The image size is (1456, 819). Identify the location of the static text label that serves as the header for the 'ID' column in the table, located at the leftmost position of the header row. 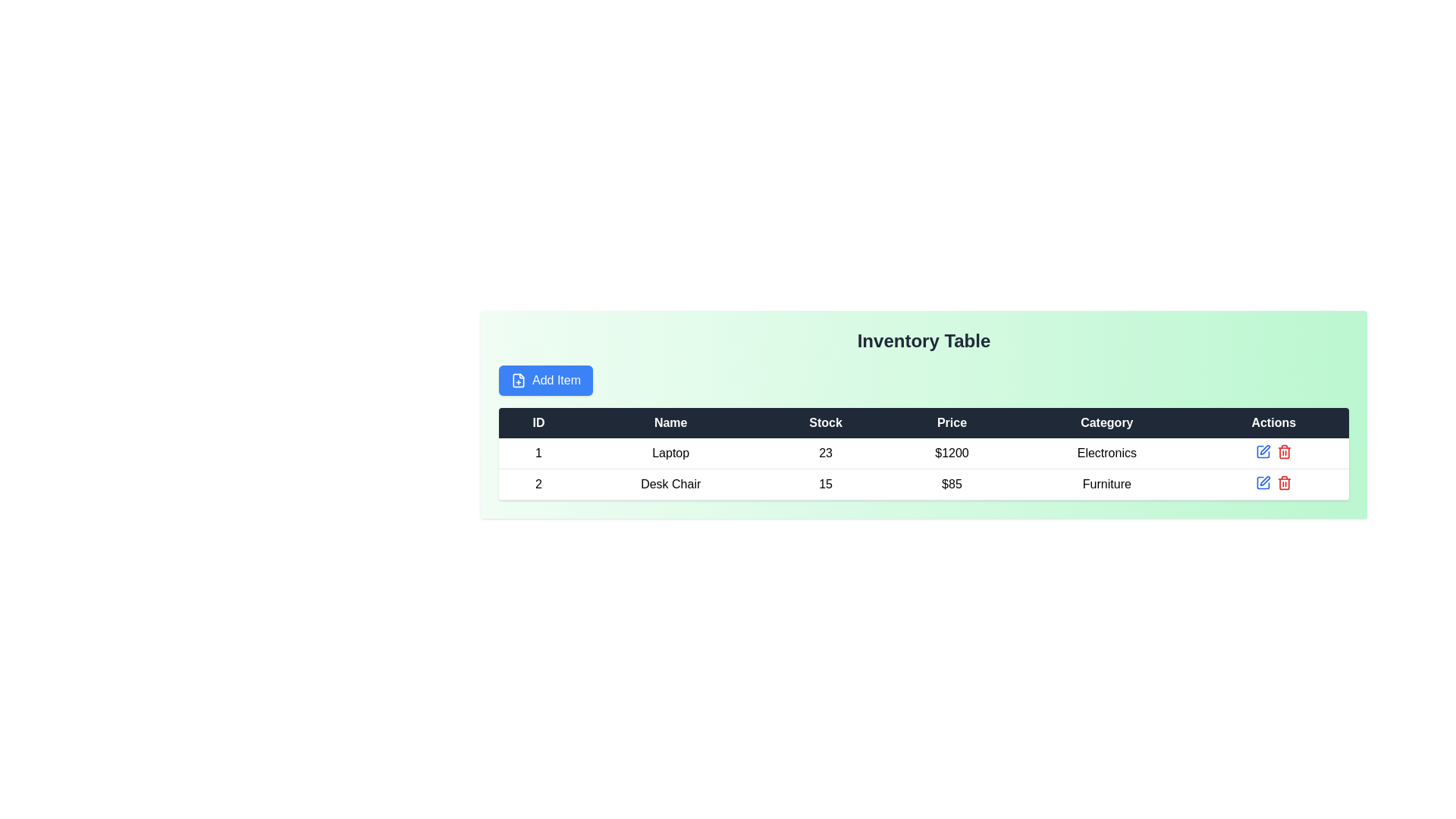
(538, 423).